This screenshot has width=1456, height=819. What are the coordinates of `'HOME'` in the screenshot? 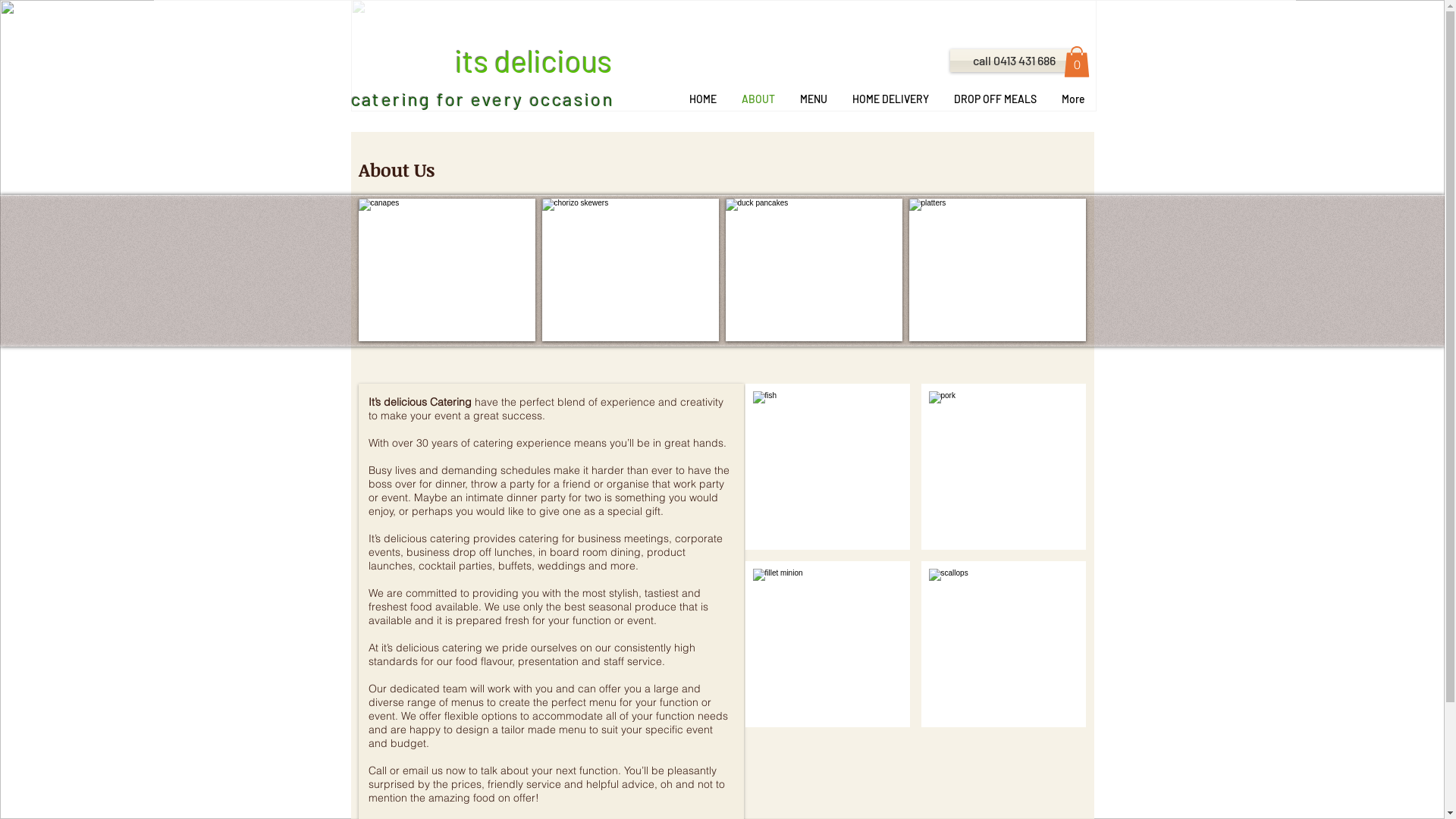 It's located at (701, 99).